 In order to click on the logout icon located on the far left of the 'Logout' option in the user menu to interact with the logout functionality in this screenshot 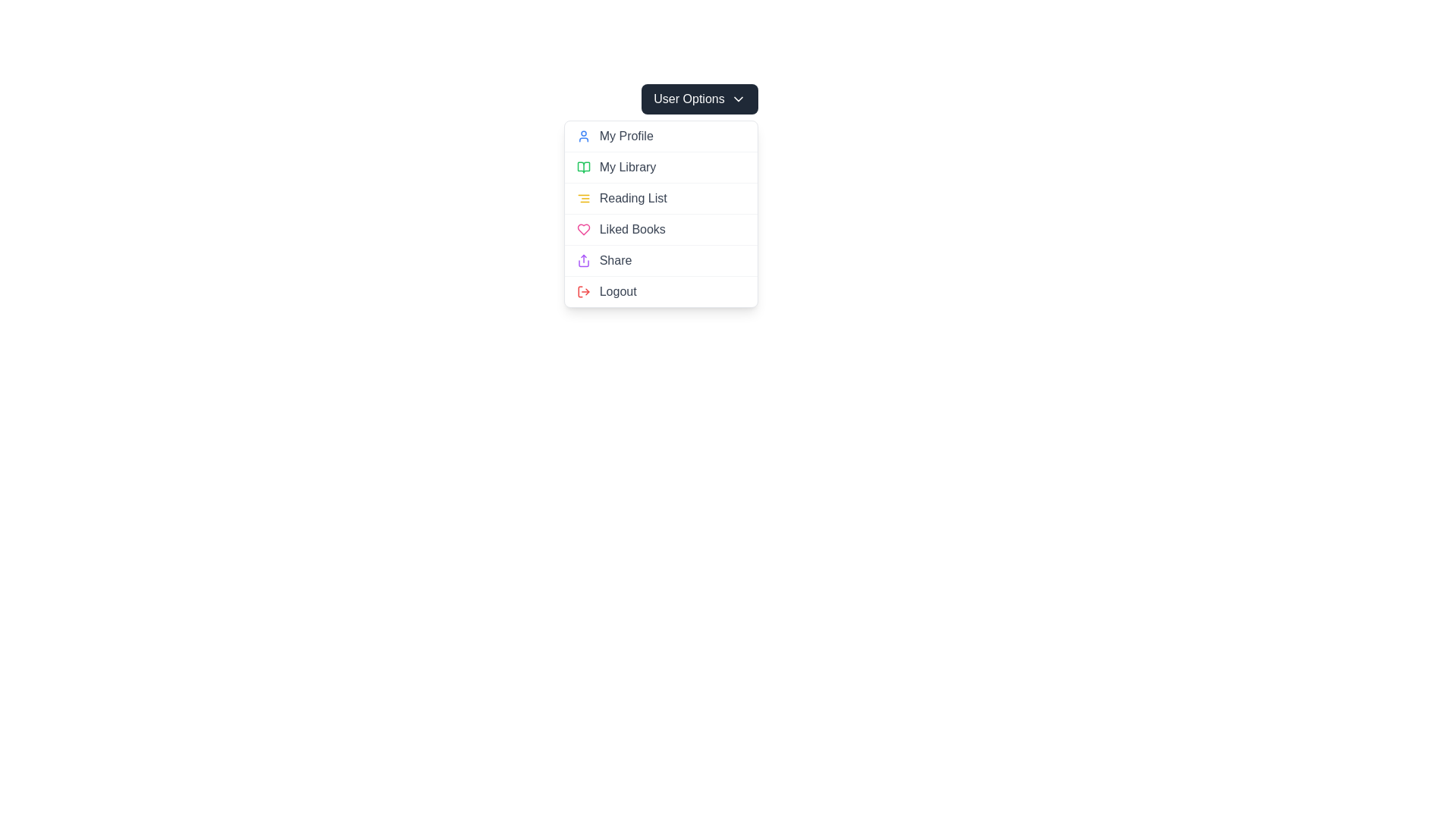, I will do `click(582, 292)`.